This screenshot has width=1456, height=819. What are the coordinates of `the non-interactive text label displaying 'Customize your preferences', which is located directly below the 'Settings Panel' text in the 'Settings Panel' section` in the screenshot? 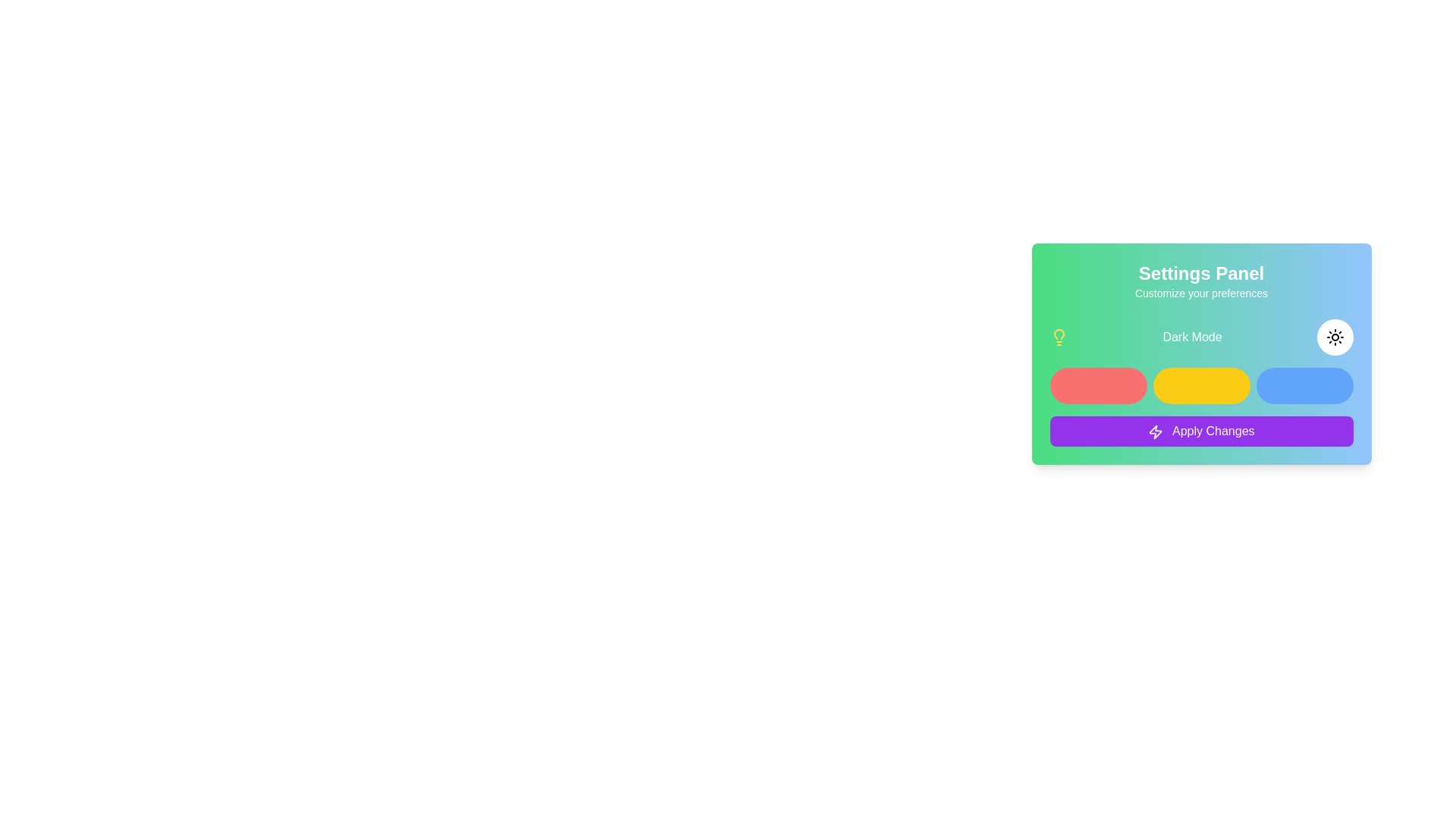 It's located at (1200, 293).